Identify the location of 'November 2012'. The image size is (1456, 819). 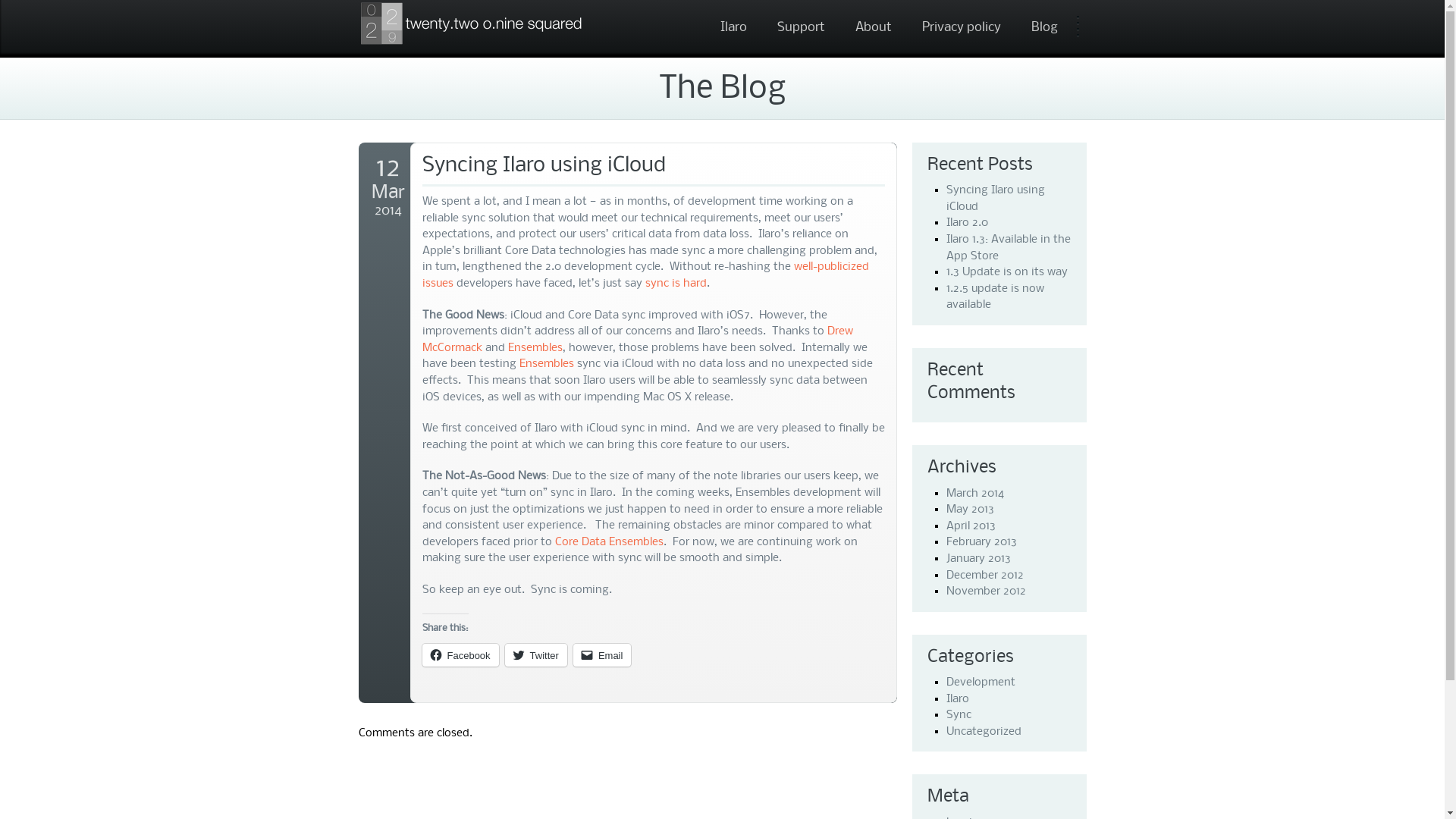
(986, 590).